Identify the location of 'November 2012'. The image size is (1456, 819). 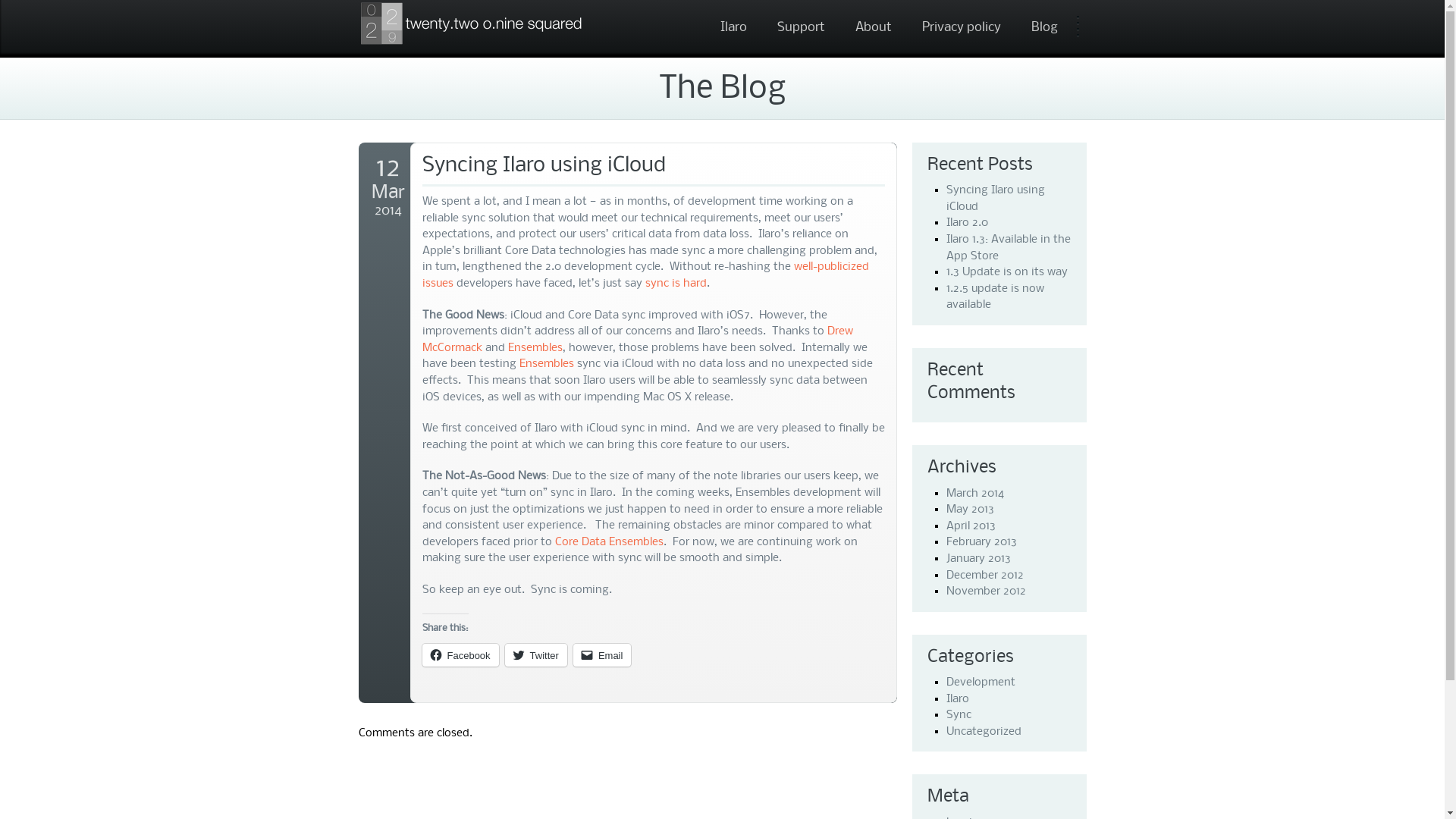
(986, 590).